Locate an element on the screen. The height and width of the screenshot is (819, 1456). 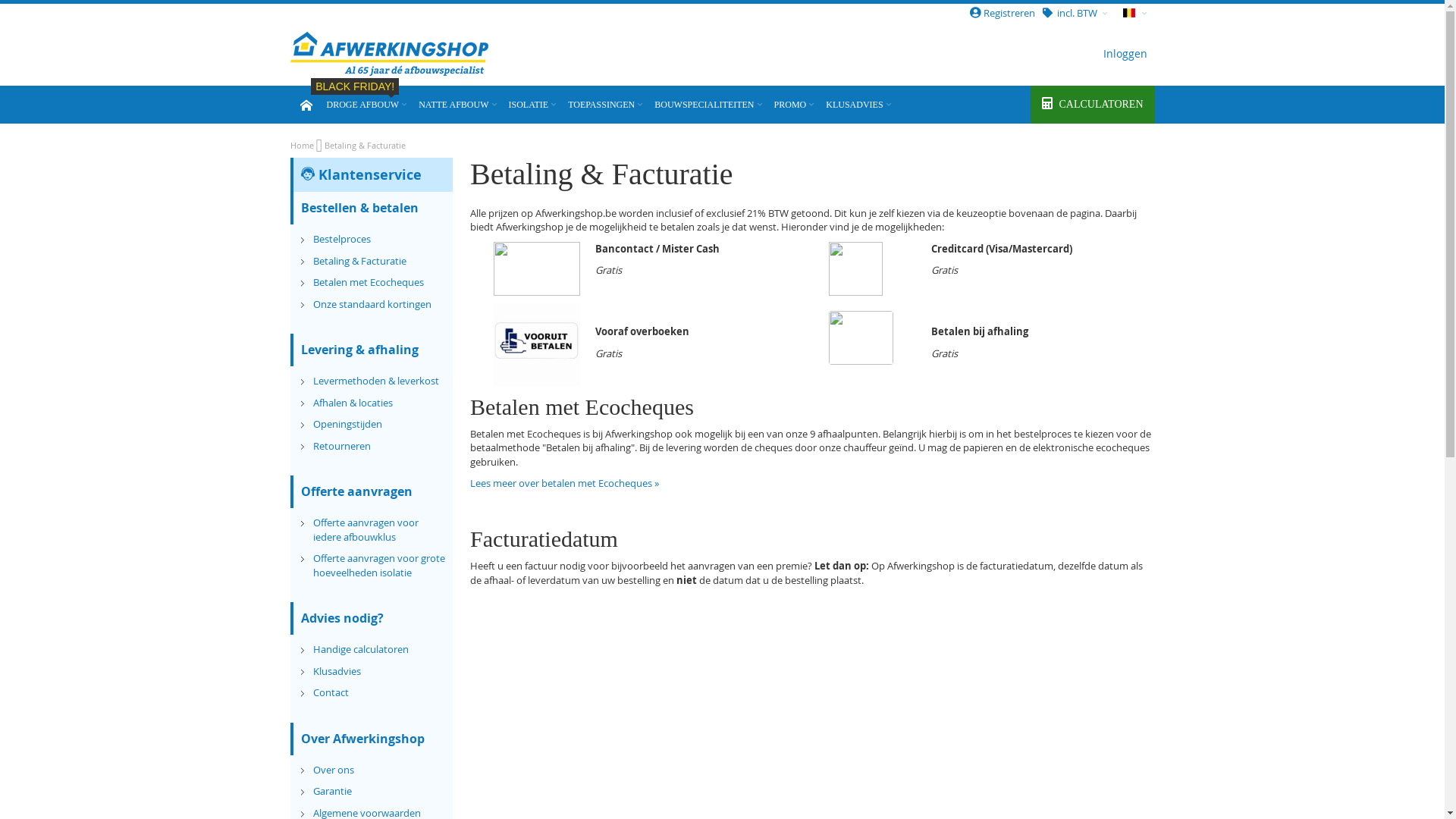
'Offerte aanvragen voor grote hoeveelheden isolatie' is located at coordinates (312, 565).